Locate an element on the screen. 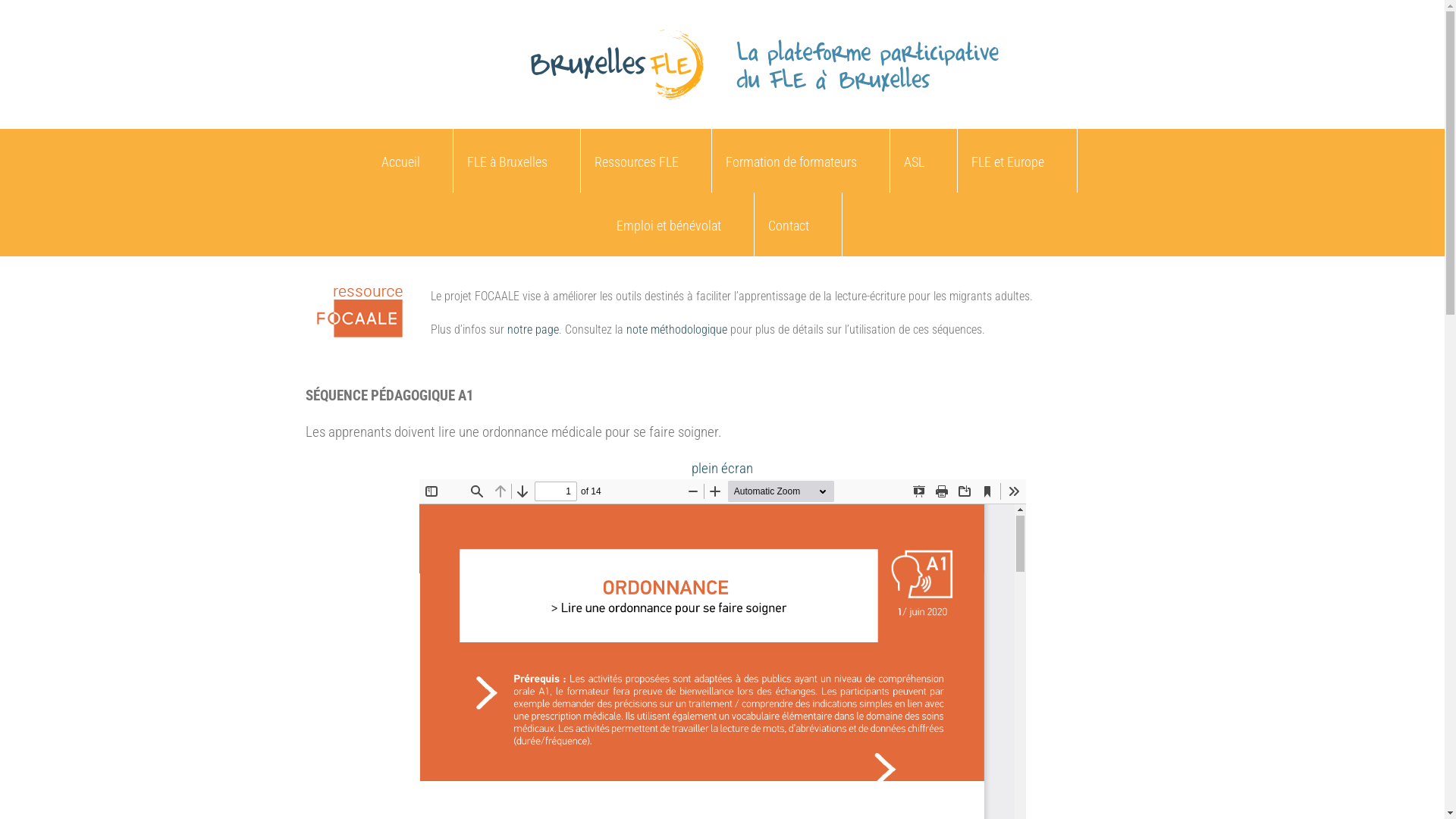 Image resolution: width=1456 pixels, height=819 pixels. 'notre page' is located at coordinates (532, 328).